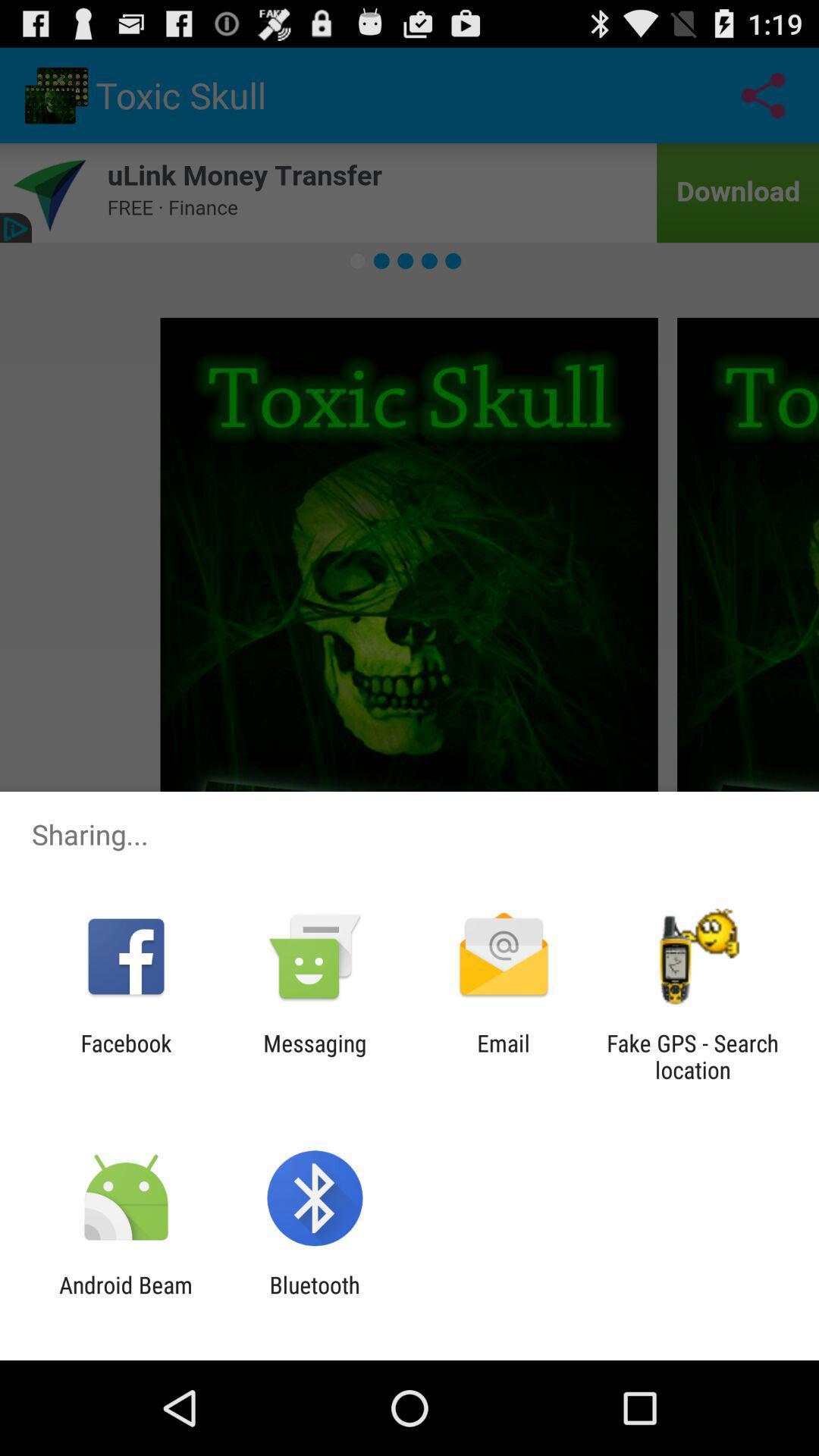 The height and width of the screenshot is (1456, 819). Describe the element at coordinates (504, 1056) in the screenshot. I see `the email icon` at that location.